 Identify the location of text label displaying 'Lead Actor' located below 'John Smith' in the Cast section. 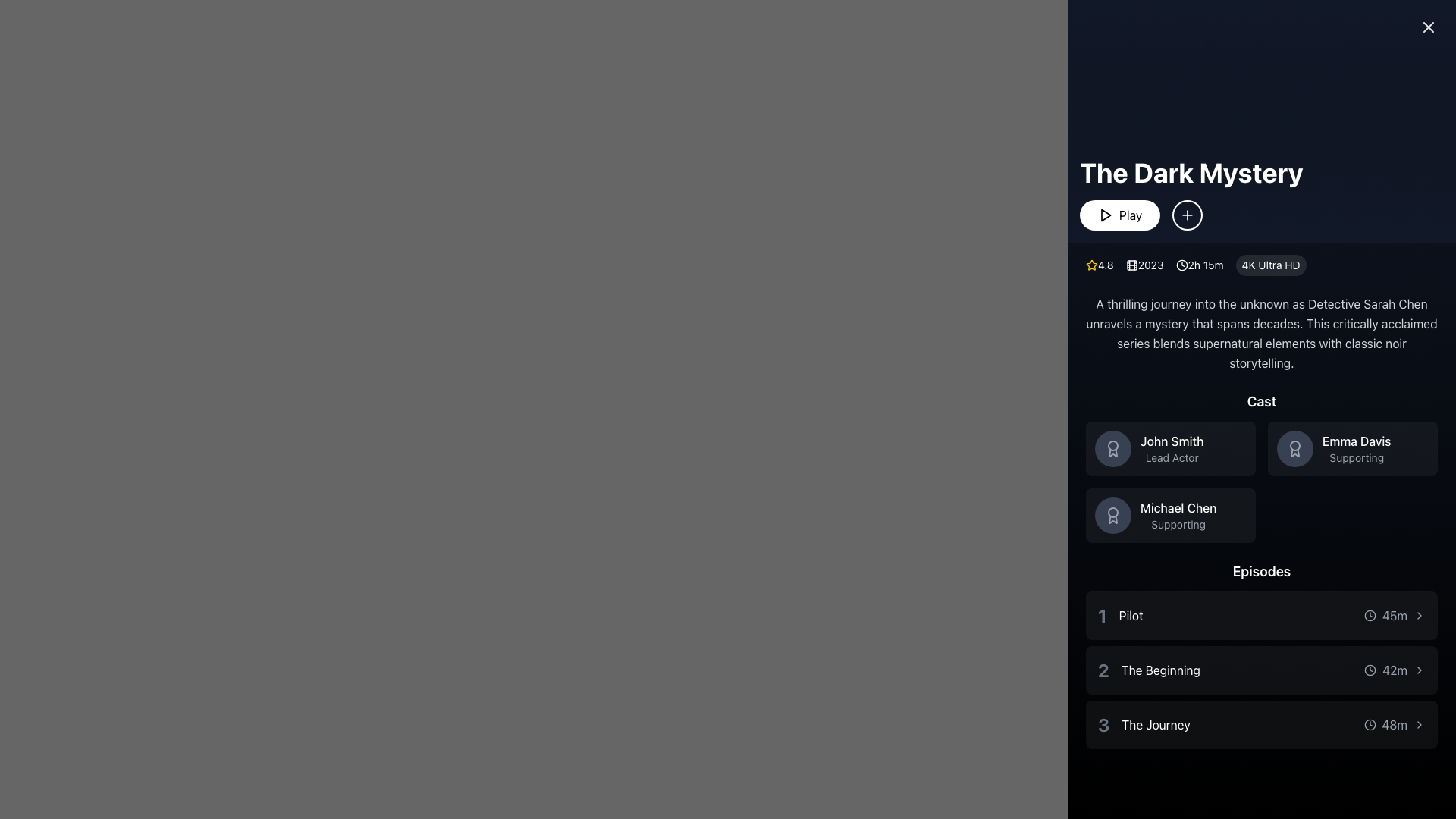
(1171, 457).